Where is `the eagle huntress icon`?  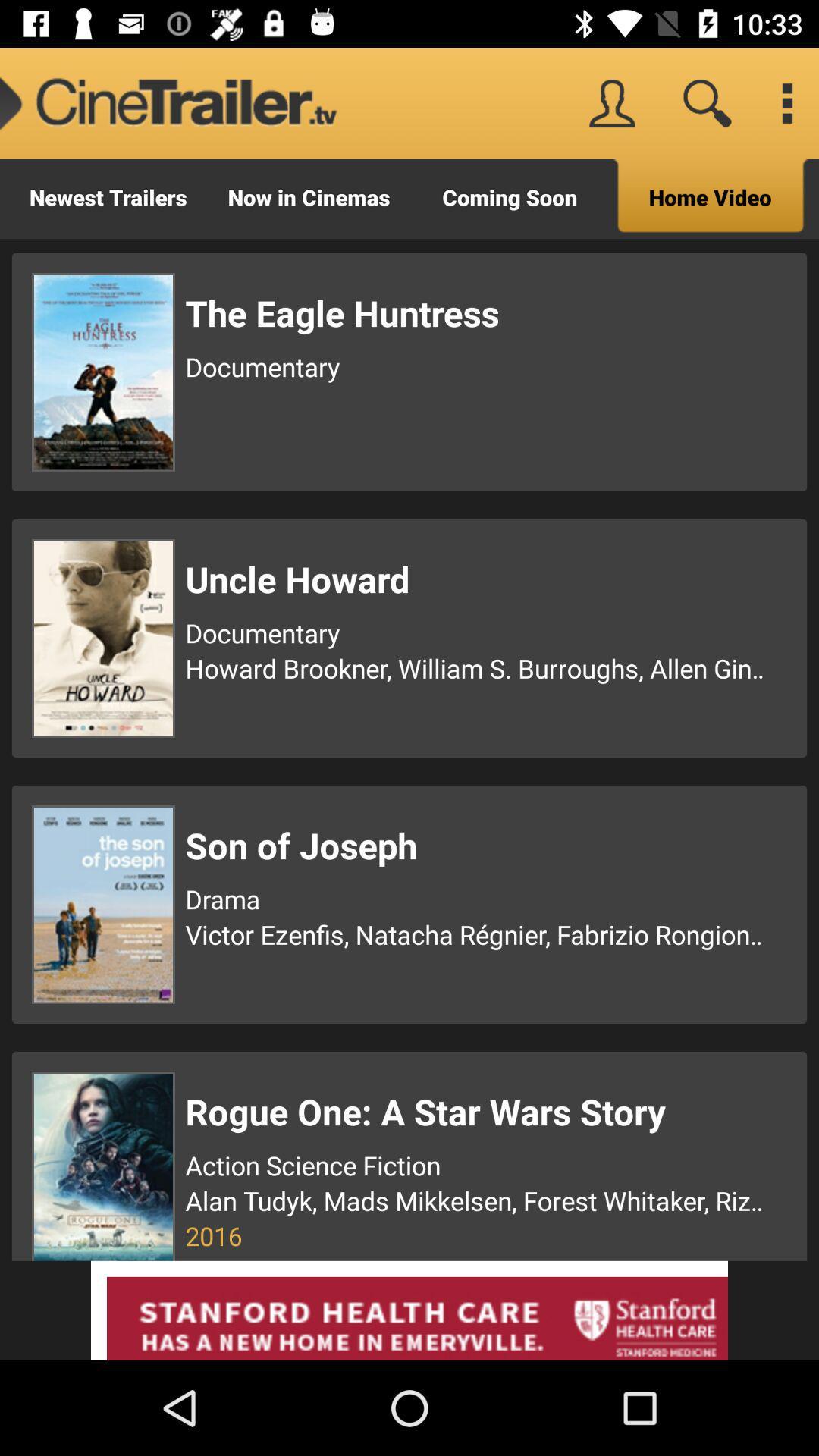 the eagle huntress icon is located at coordinates (476, 312).